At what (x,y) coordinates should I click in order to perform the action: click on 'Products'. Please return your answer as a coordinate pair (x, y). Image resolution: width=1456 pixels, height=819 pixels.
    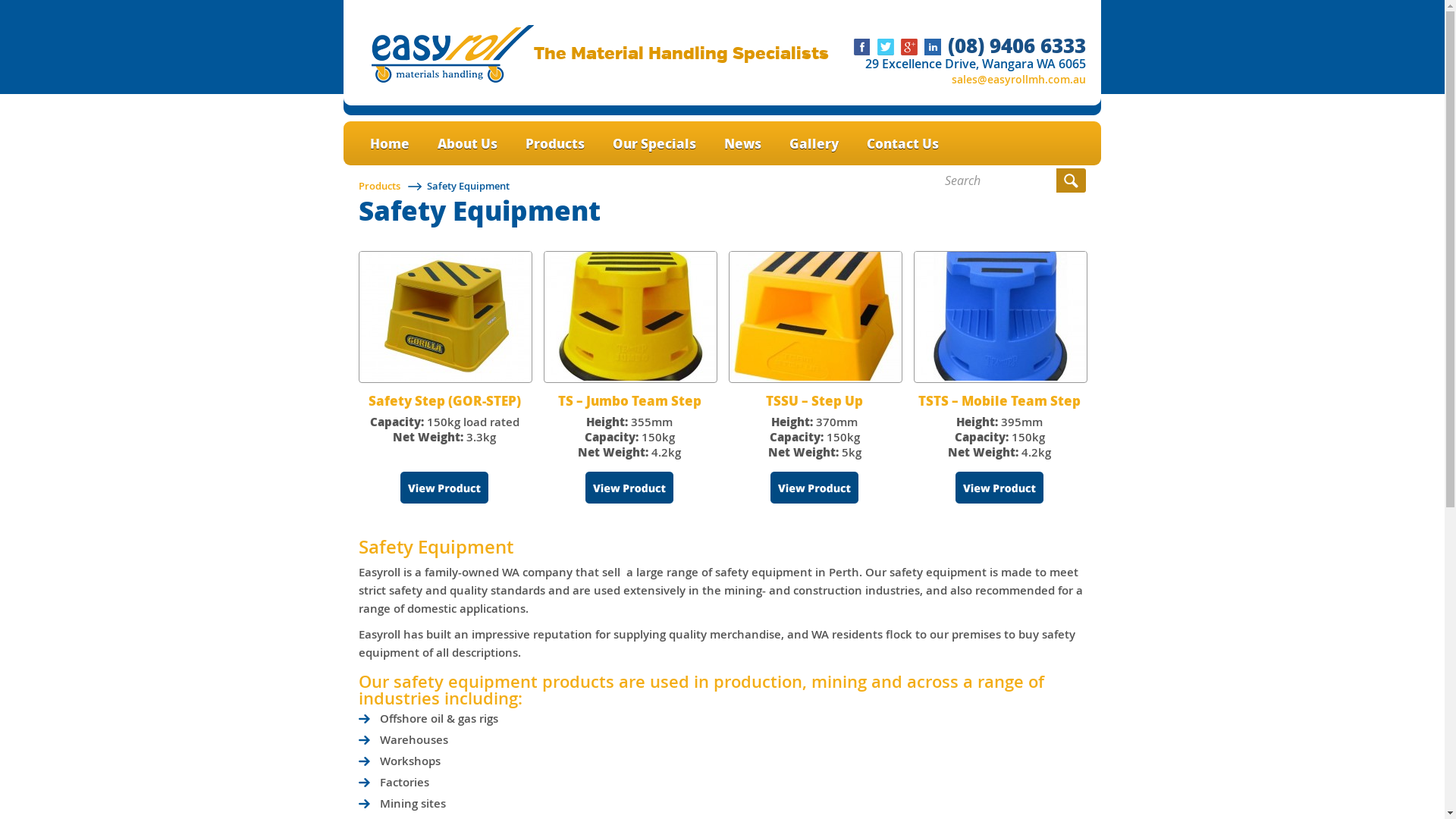
    Looking at the image, I should click on (378, 185).